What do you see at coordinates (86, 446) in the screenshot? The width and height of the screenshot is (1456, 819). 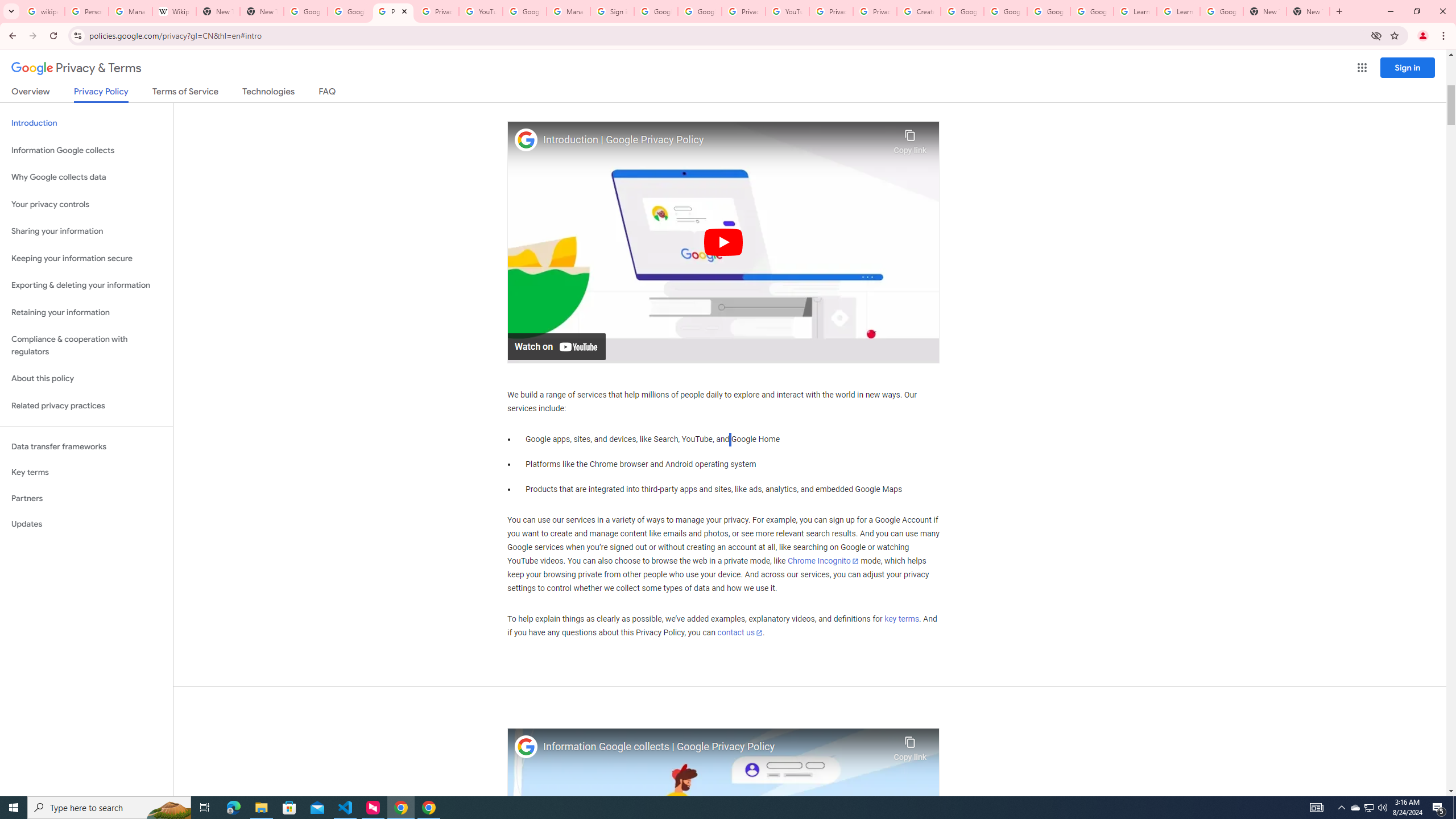 I see `'Data transfer frameworks'` at bounding box center [86, 446].